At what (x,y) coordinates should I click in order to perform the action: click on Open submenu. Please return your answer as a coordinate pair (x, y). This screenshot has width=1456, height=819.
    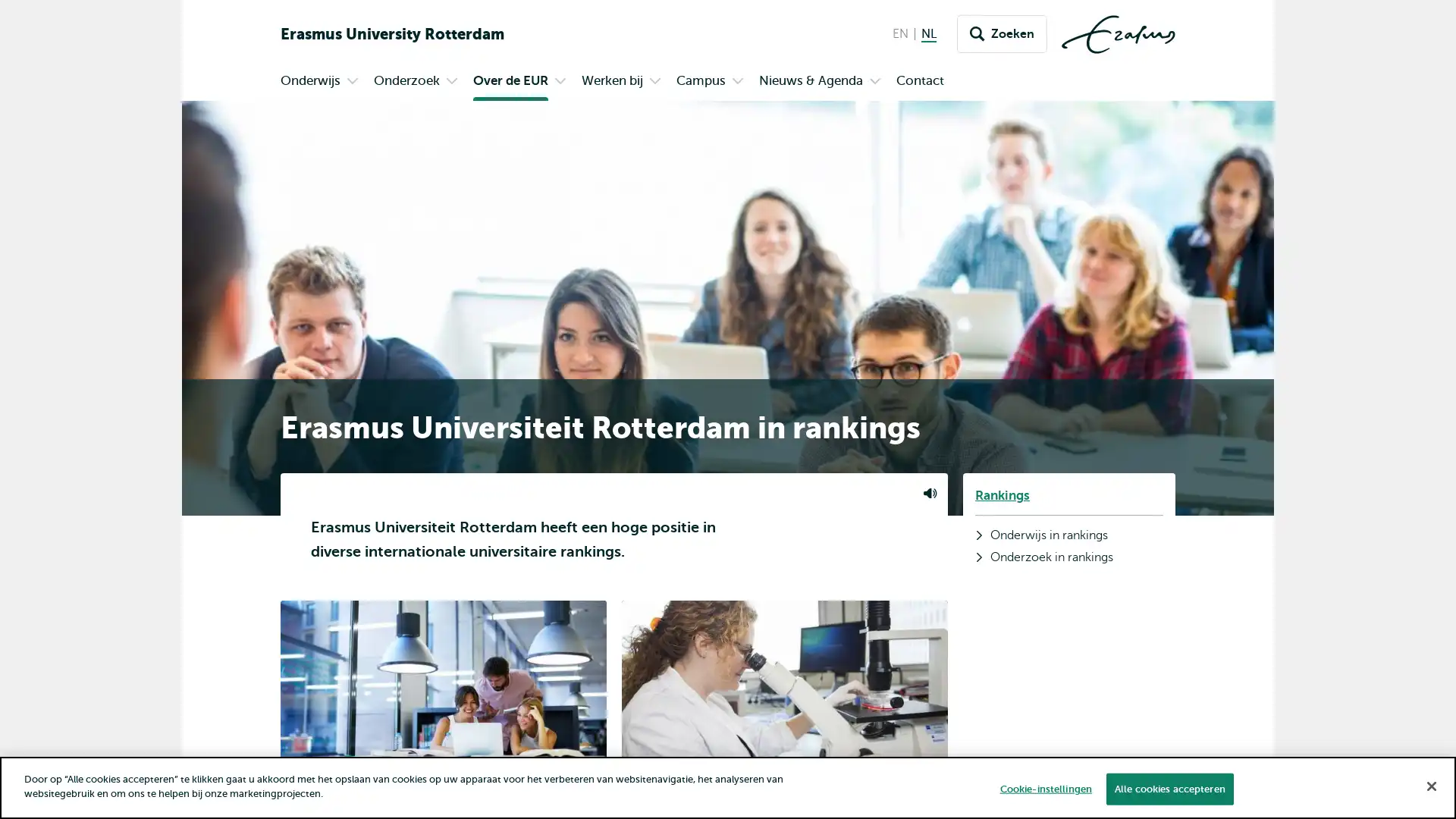
    Looking at the image, I should click on (450, 82).